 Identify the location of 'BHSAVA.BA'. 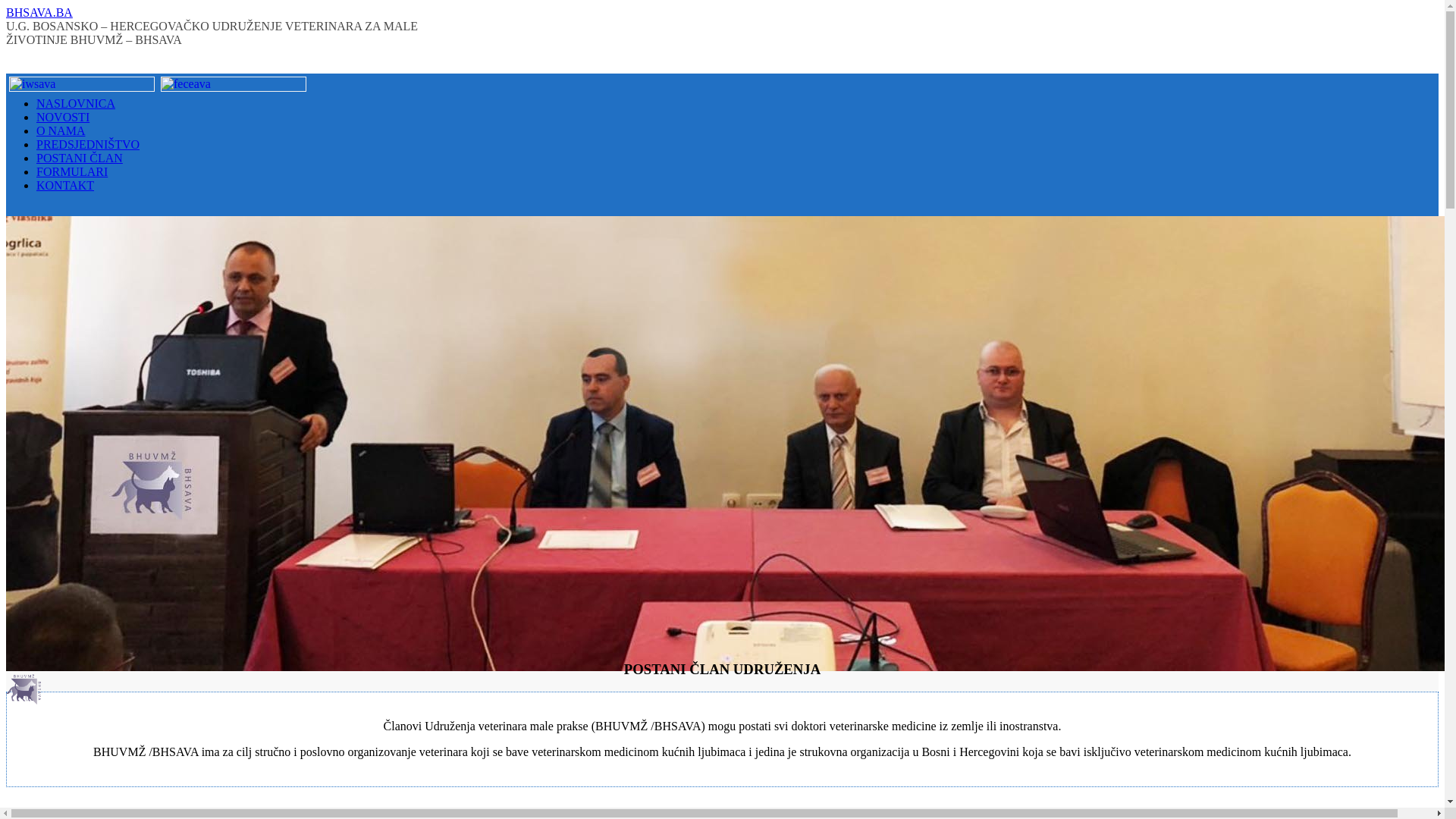
(23, 700).